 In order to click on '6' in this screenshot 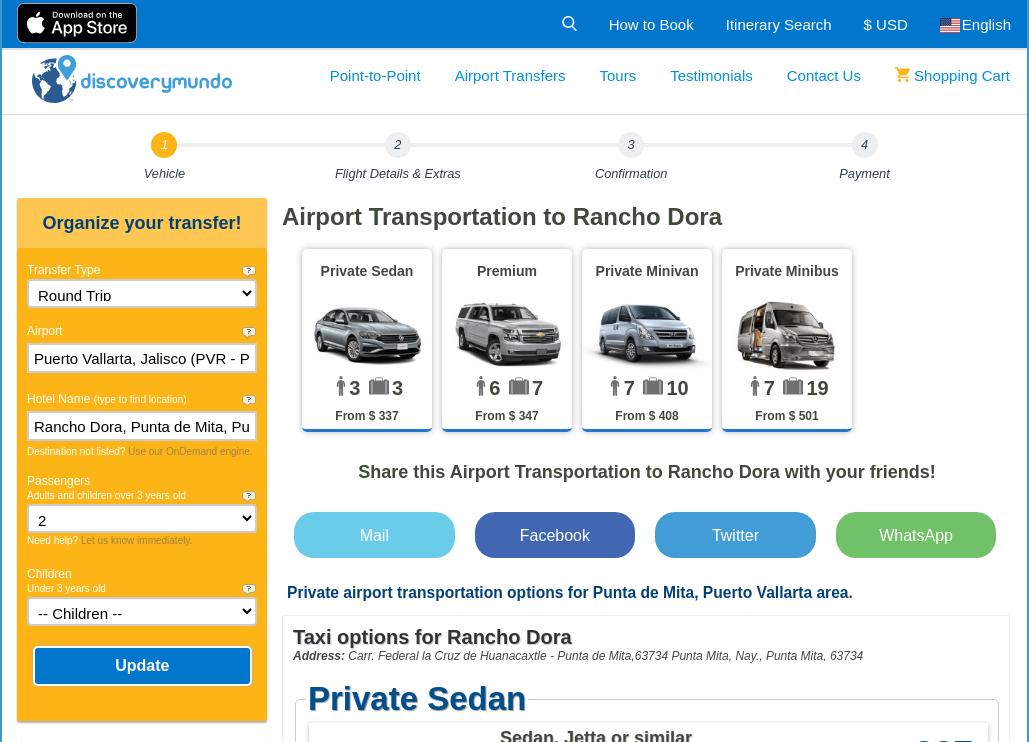, I will do `click(494, 386)`.